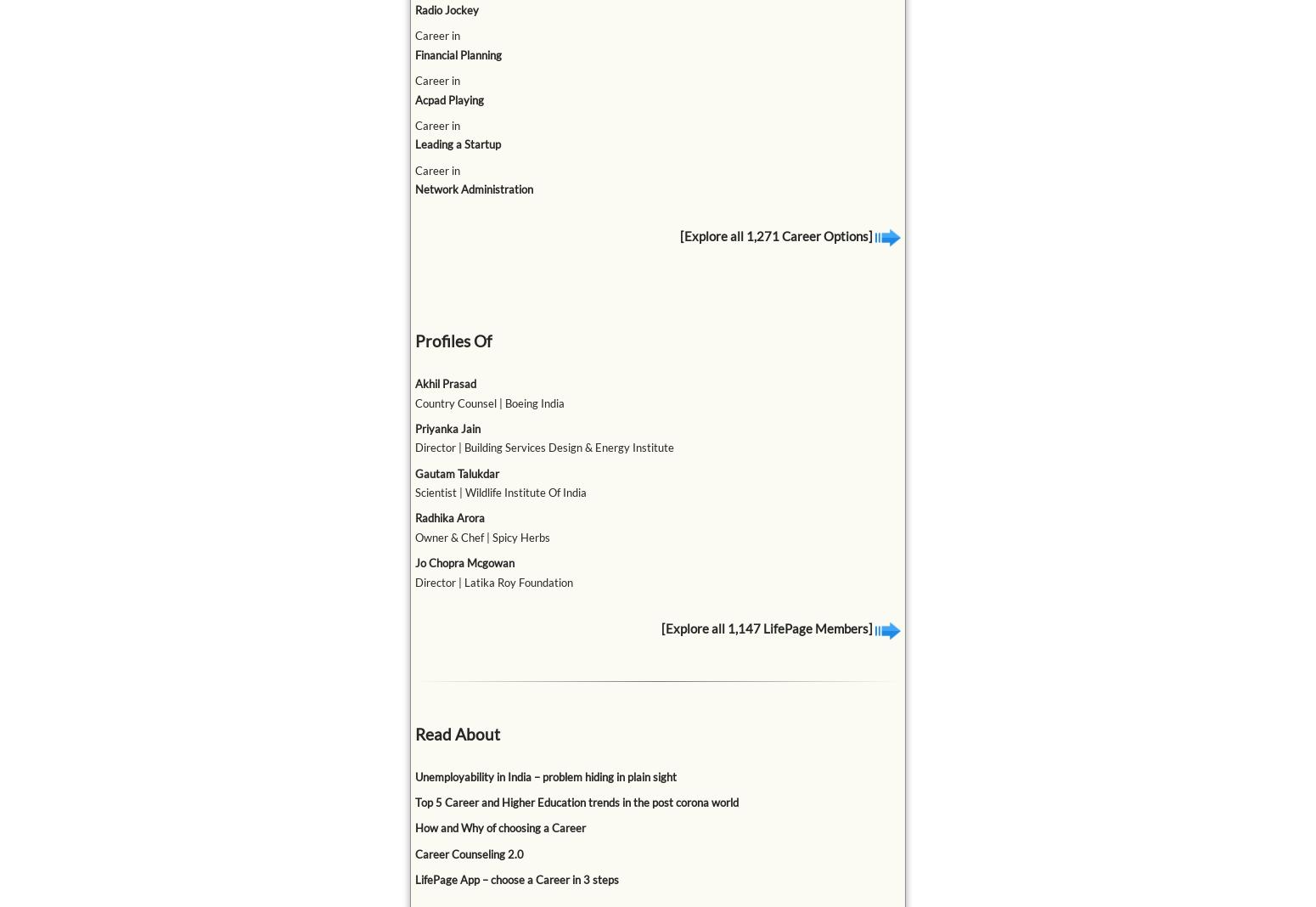 The height and width of the screenshot is (907, 1316). Describe the element at coordinates (444, 383) in the screenshot. I see `'Akhil Prasad'` at that location.